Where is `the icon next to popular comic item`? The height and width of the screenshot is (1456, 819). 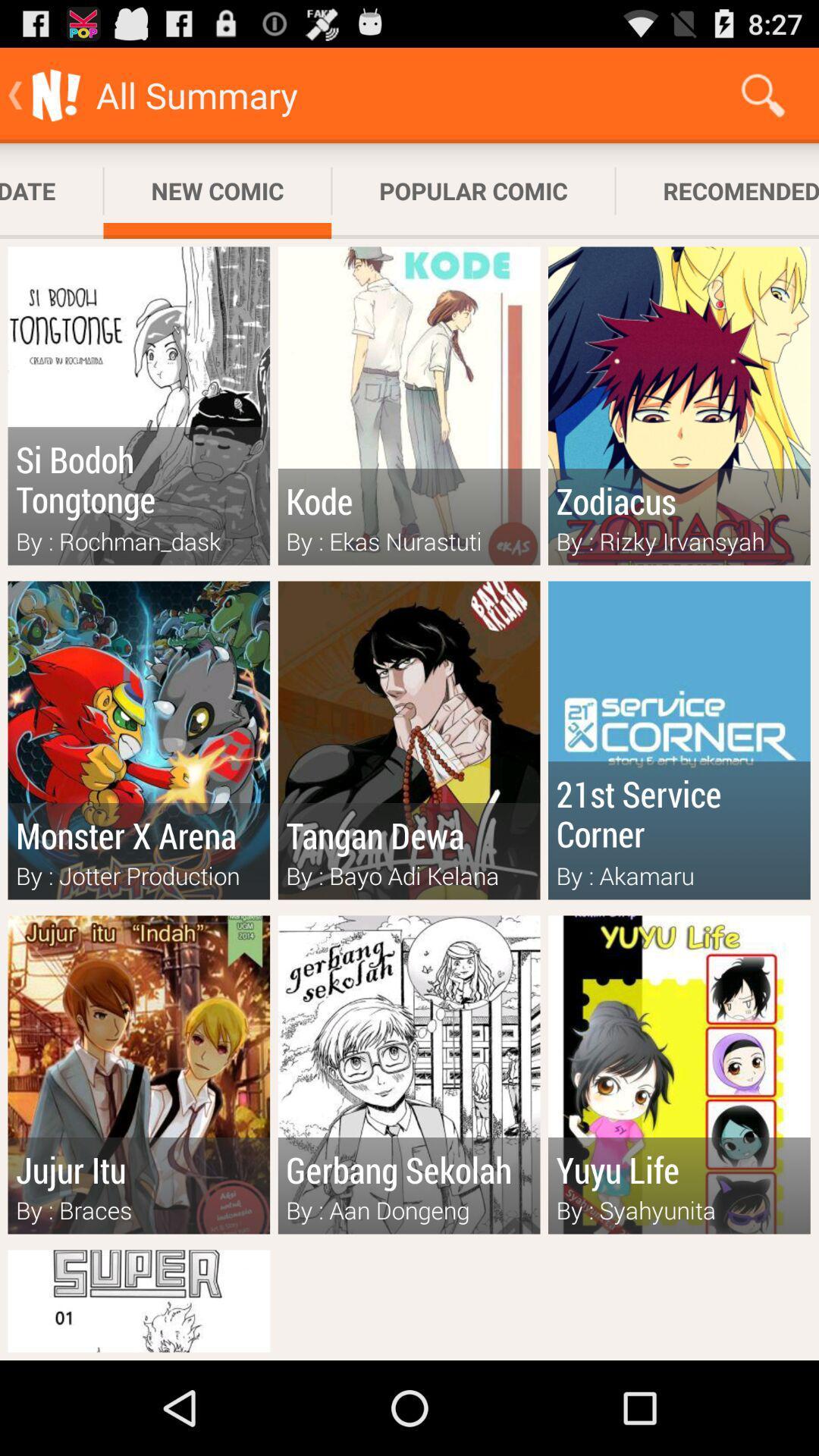 the icon next to popular comic item is located at coordinates (717, 190).